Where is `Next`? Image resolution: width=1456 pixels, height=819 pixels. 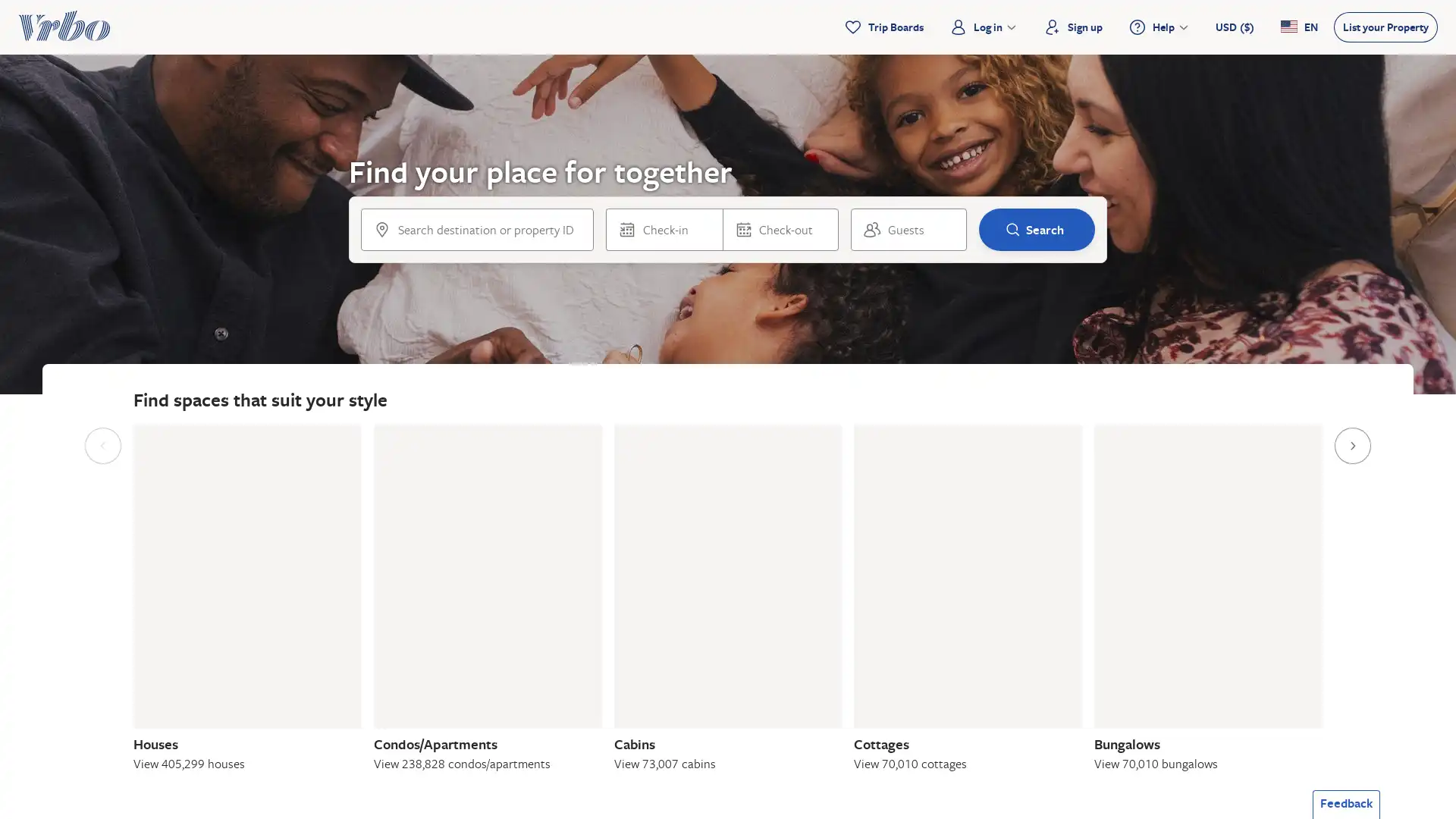 Next is located at coordinates (1353, 580).